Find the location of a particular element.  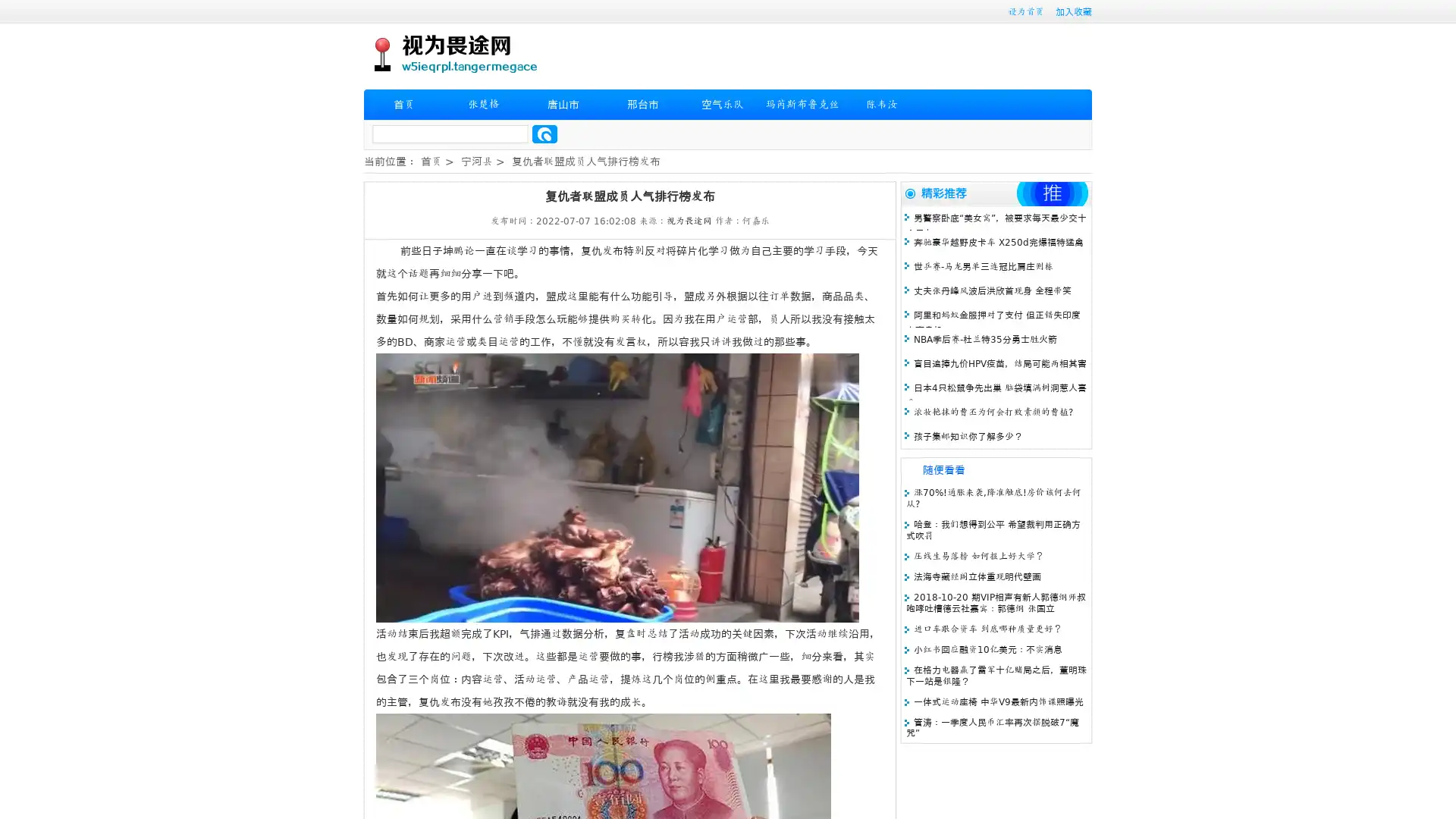

Search is located at coordinates (544, 133).